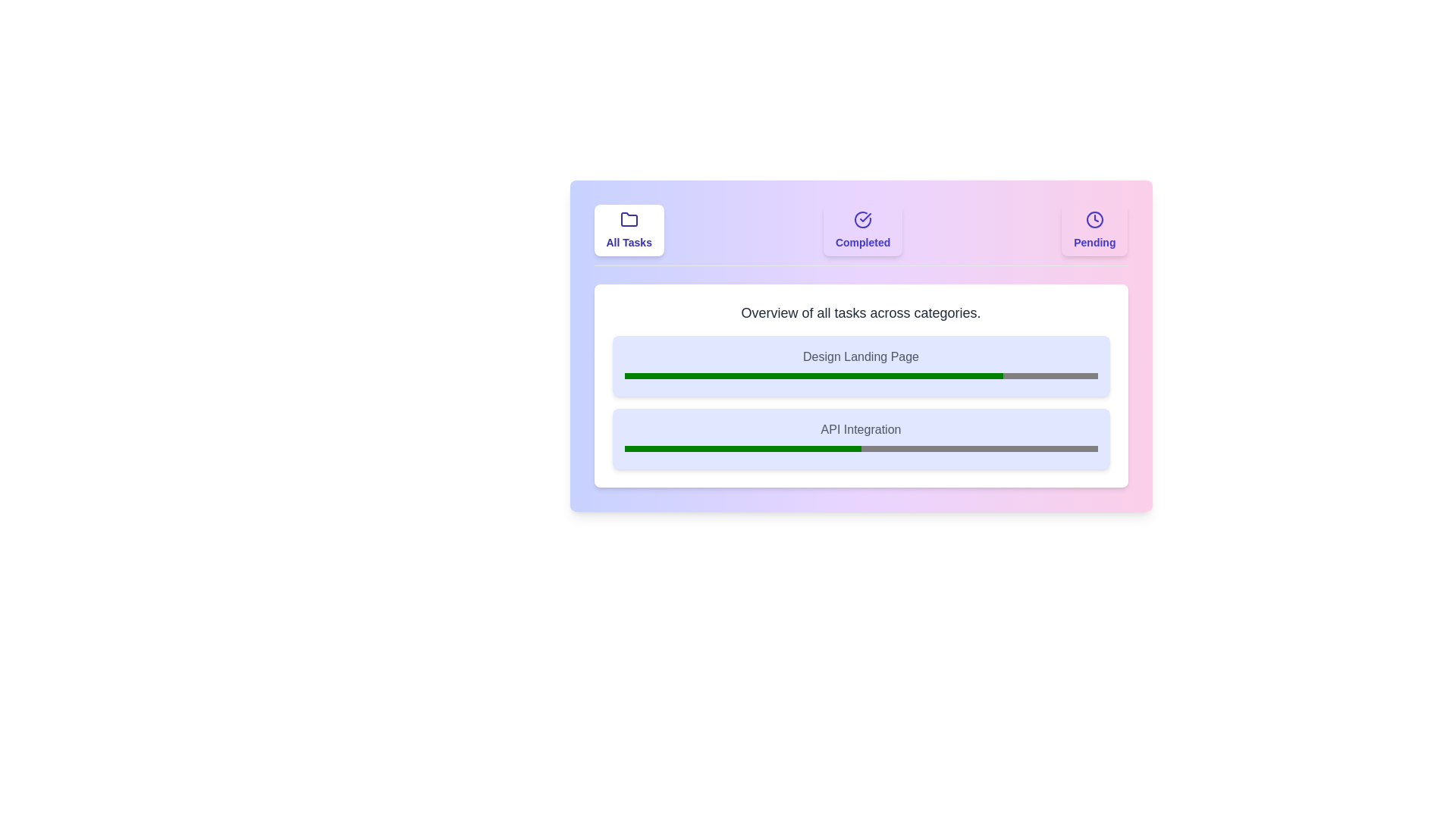 This screenshot has width=1456, height=819. Describe the element at coordinates (629, 219) in the screenshot. I see `the folder icon located within the 'All Tasks' button at the top-left corner of the interface` at that location.